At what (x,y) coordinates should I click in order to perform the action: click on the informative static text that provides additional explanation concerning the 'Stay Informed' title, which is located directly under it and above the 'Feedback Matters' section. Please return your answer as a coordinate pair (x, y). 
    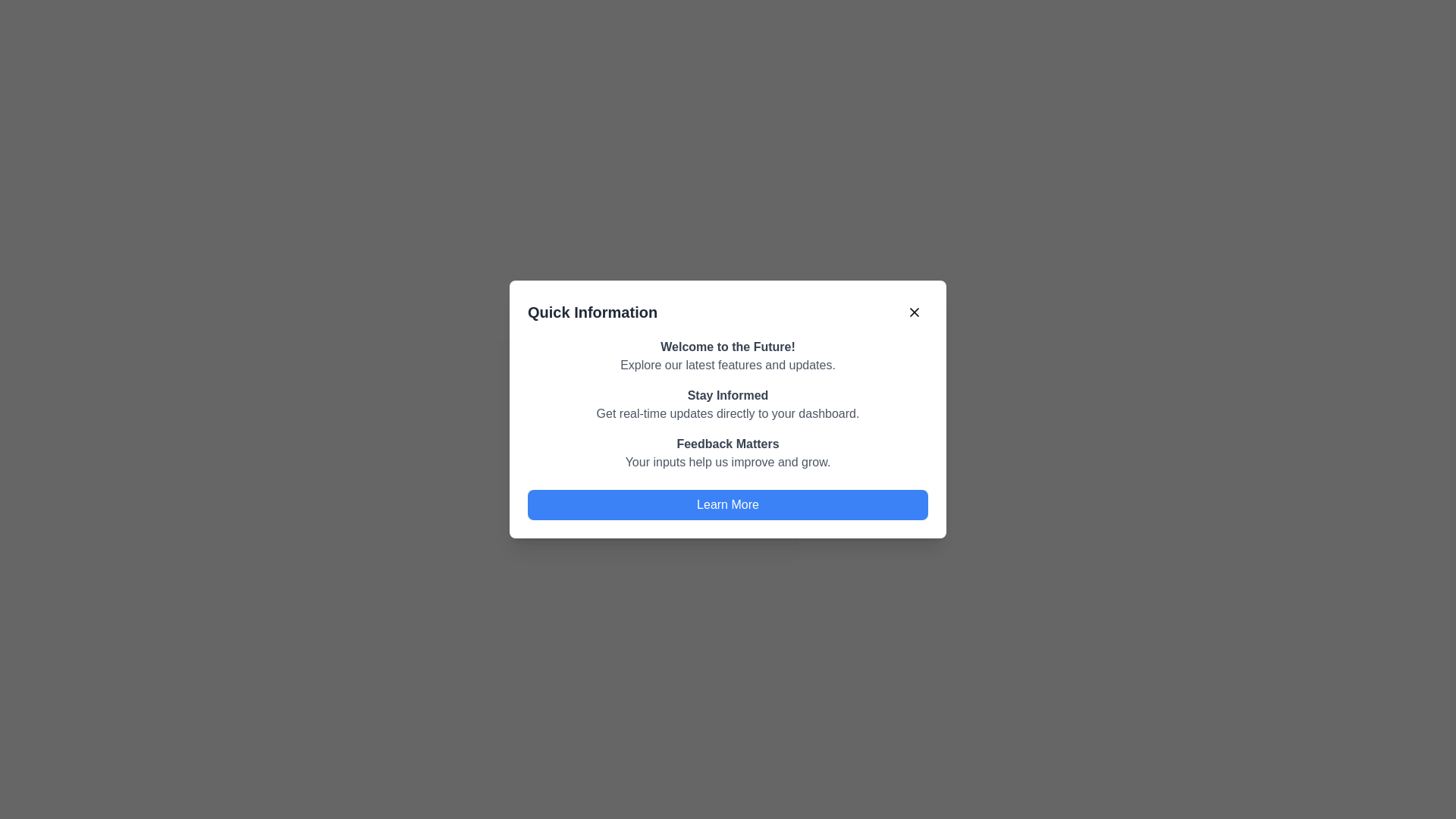
    Looking at the image, I should click on (728, 414).